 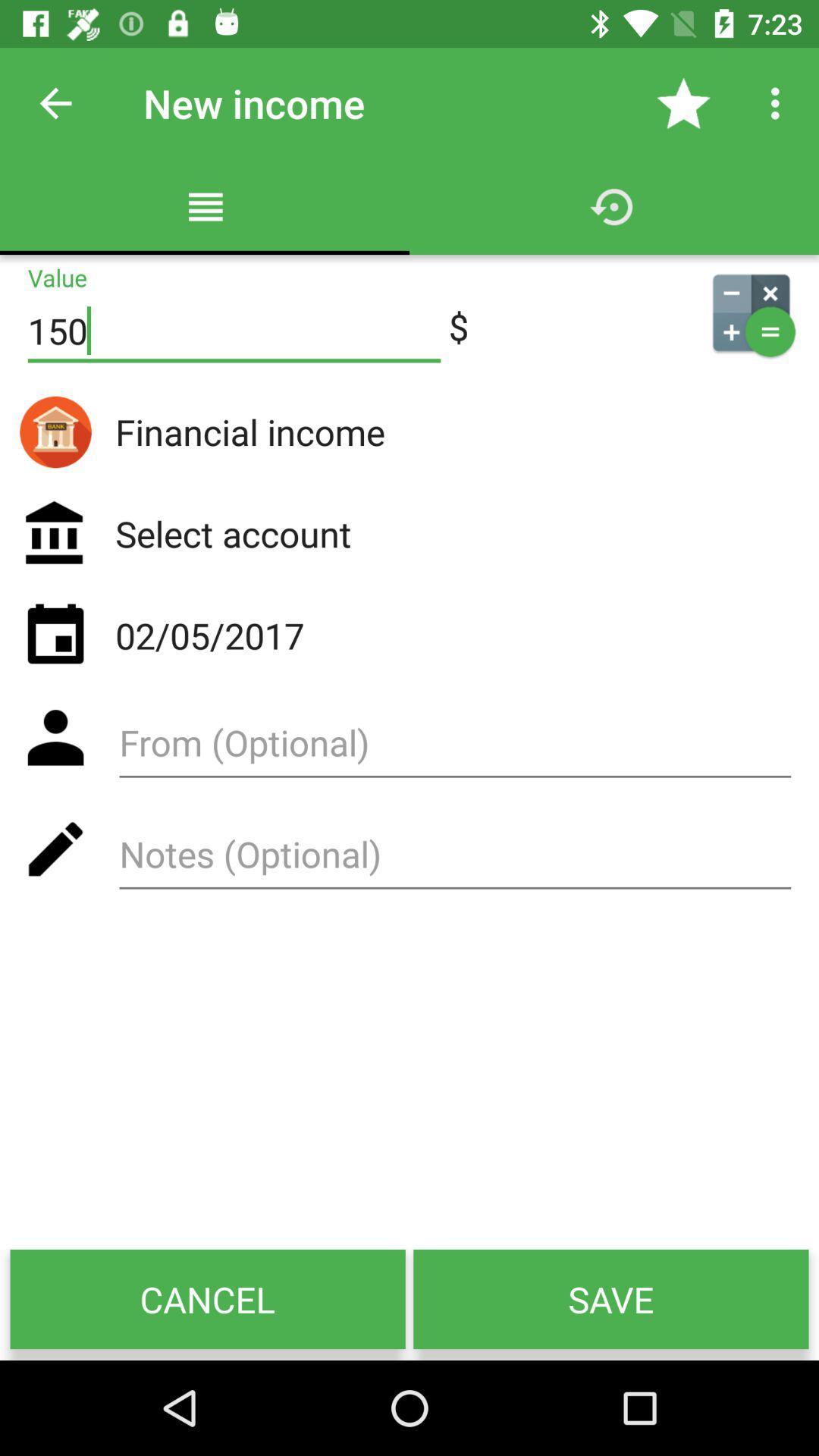 I want to click on open calculator, so click(x=751, y=312).